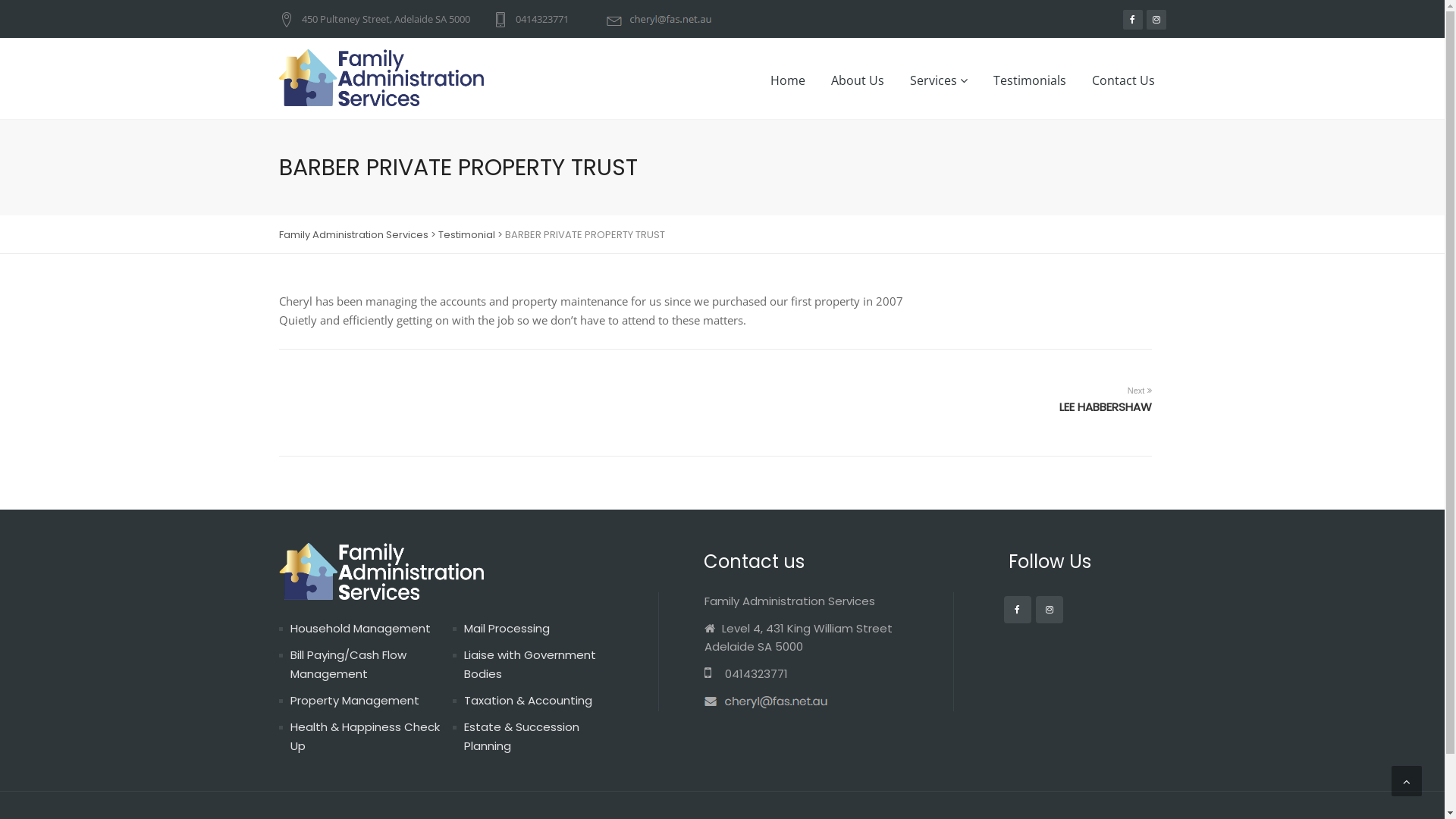 The height and width of the screenshot is (819, 1456). Describe the element at coordinates (1122, 80) in the screenshot. I see `'Contact Us'` at that location.